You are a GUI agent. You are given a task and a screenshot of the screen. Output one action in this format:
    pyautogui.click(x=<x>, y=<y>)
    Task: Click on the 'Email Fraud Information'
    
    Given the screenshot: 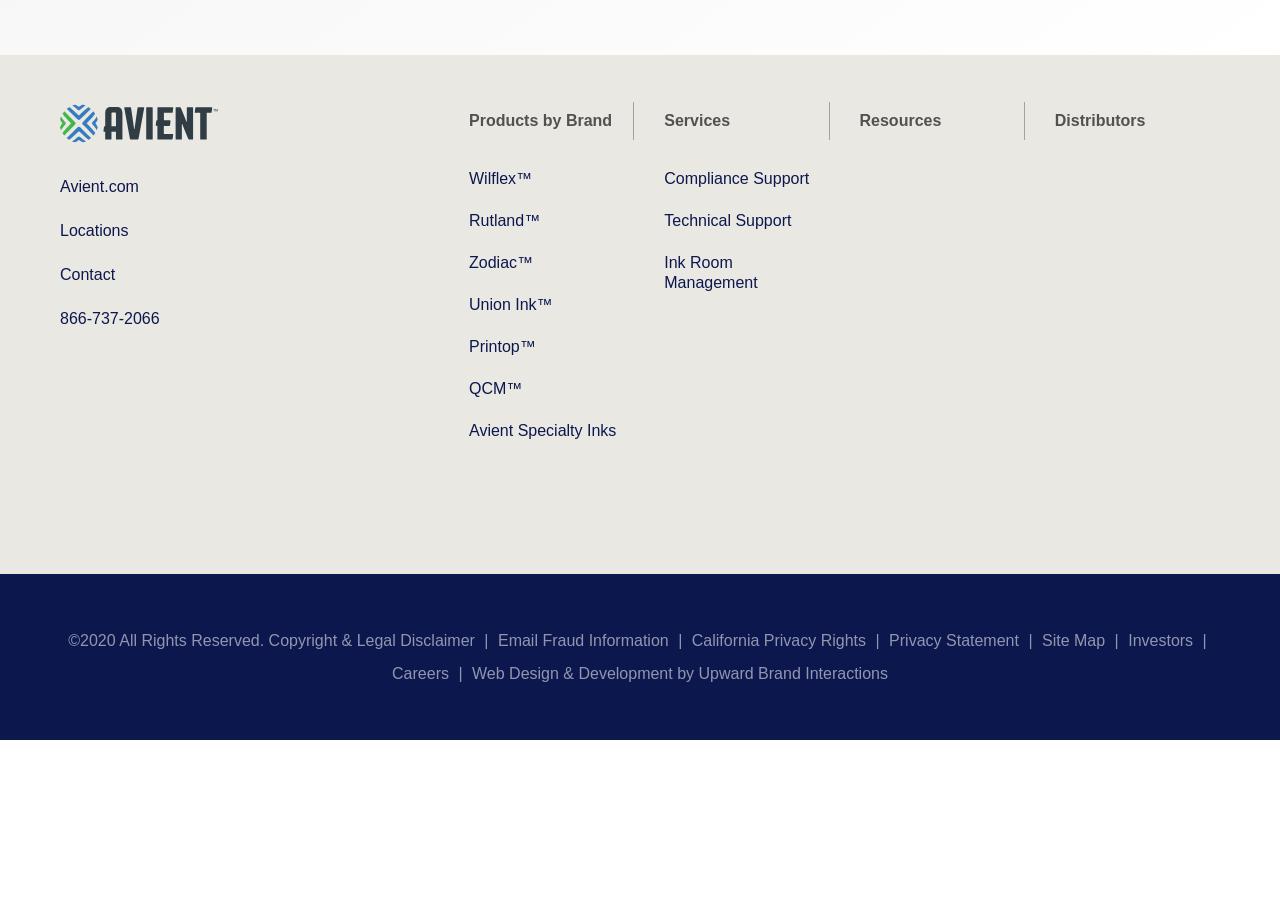 What is the action you would take?
    pyautogui.click(x=581, y=639)
    